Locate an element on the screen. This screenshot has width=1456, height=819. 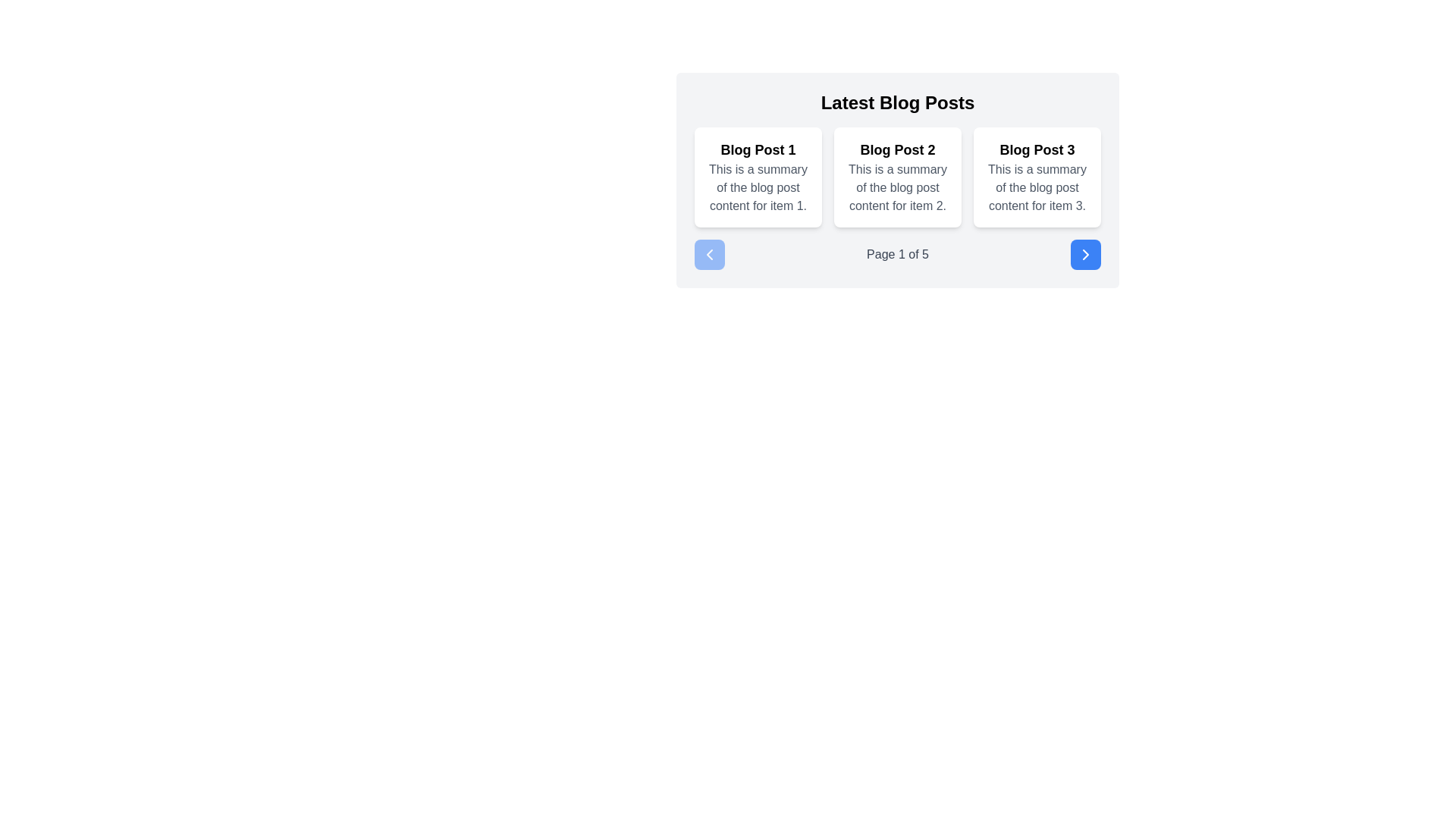
the Static Text displaying the summary for 'Blog Post 3', located within the card in the rightmost column, just below the heading is located at coordinates (1037, 187).